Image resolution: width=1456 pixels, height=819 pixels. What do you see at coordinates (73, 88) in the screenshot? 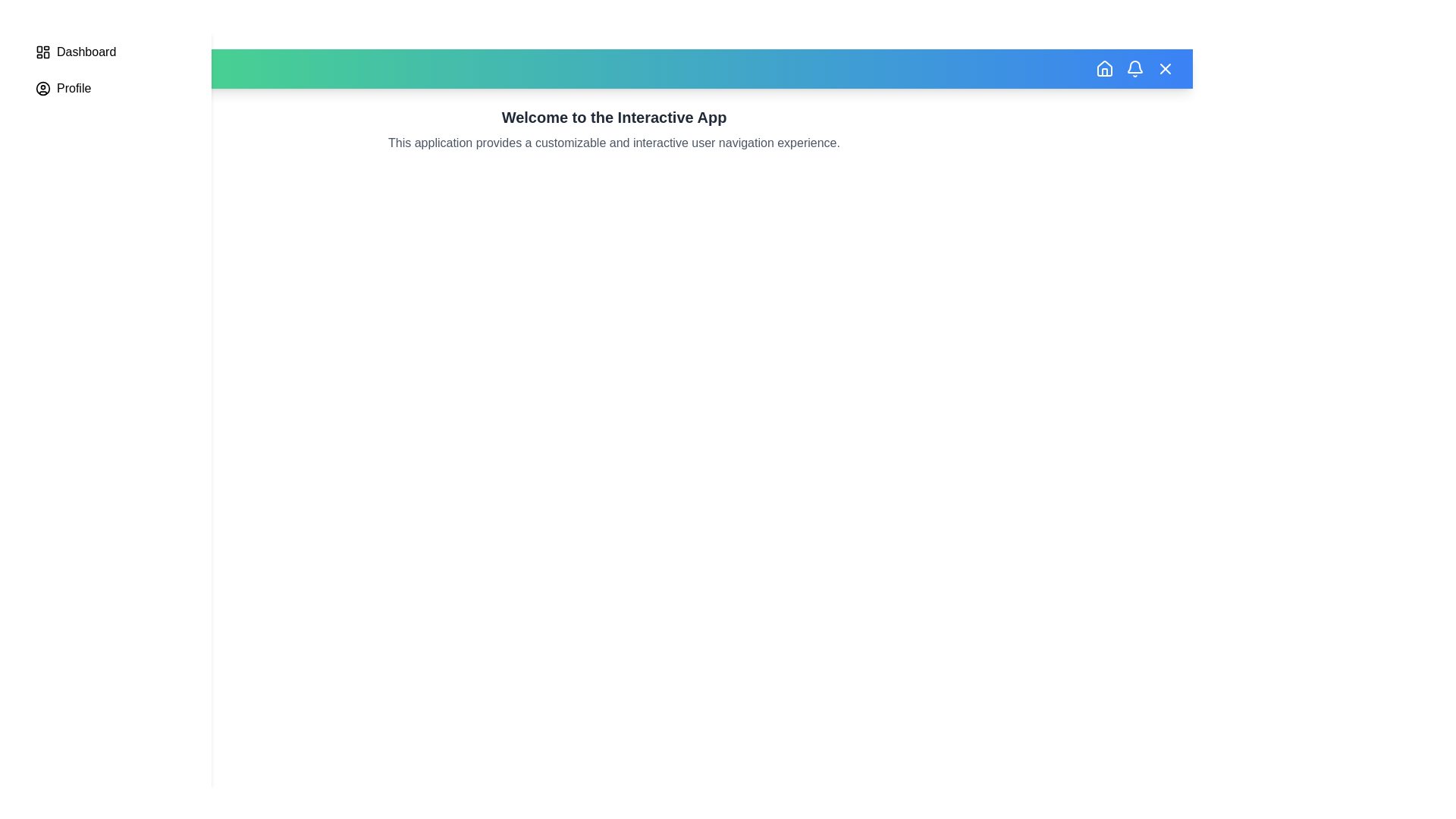
I see `the navigation text label located in the left sidebar, directly below the 'Dashboard' option` at bounding box center [73, 88].